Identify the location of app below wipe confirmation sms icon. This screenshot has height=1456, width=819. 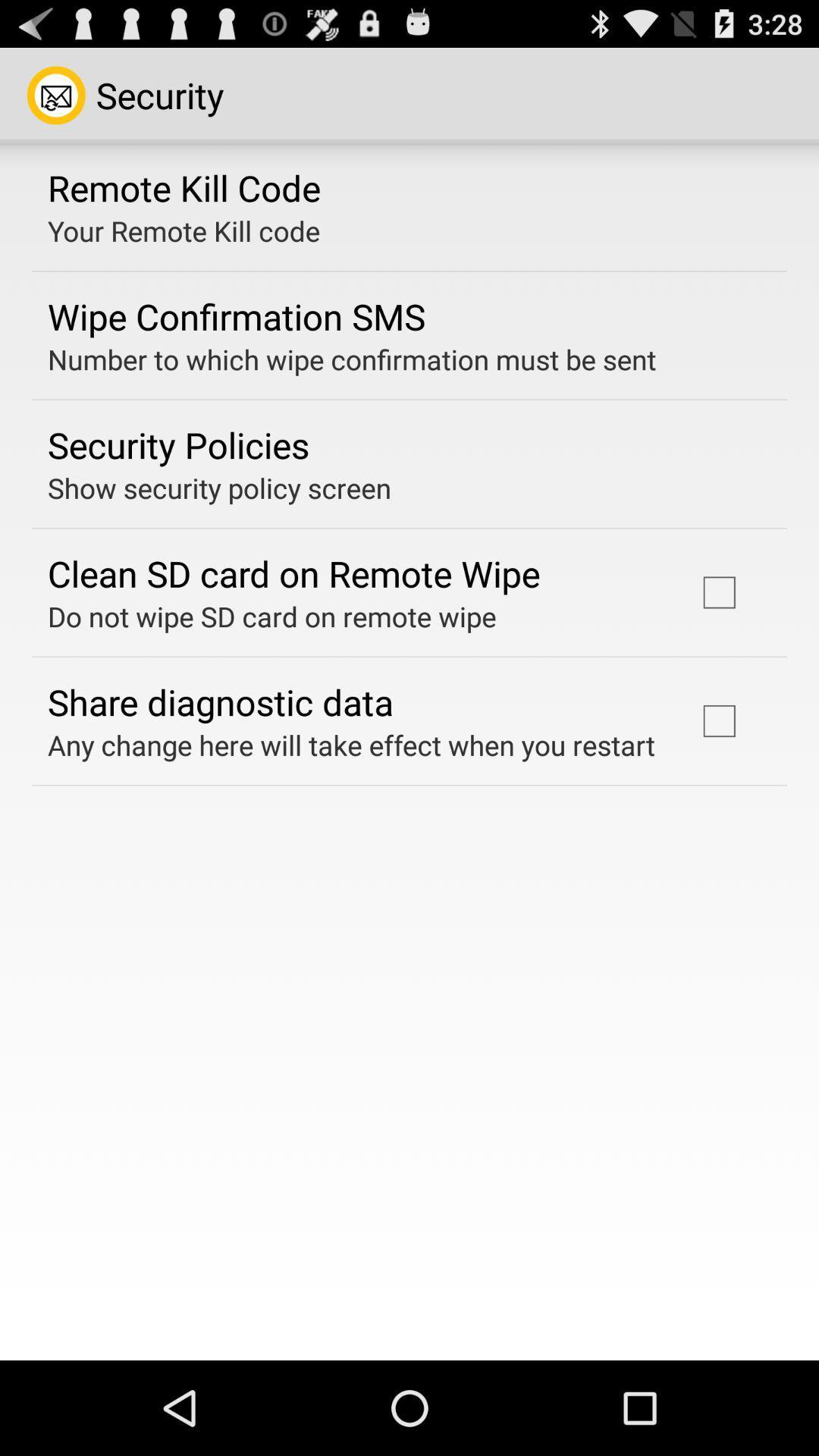
(352, 359).